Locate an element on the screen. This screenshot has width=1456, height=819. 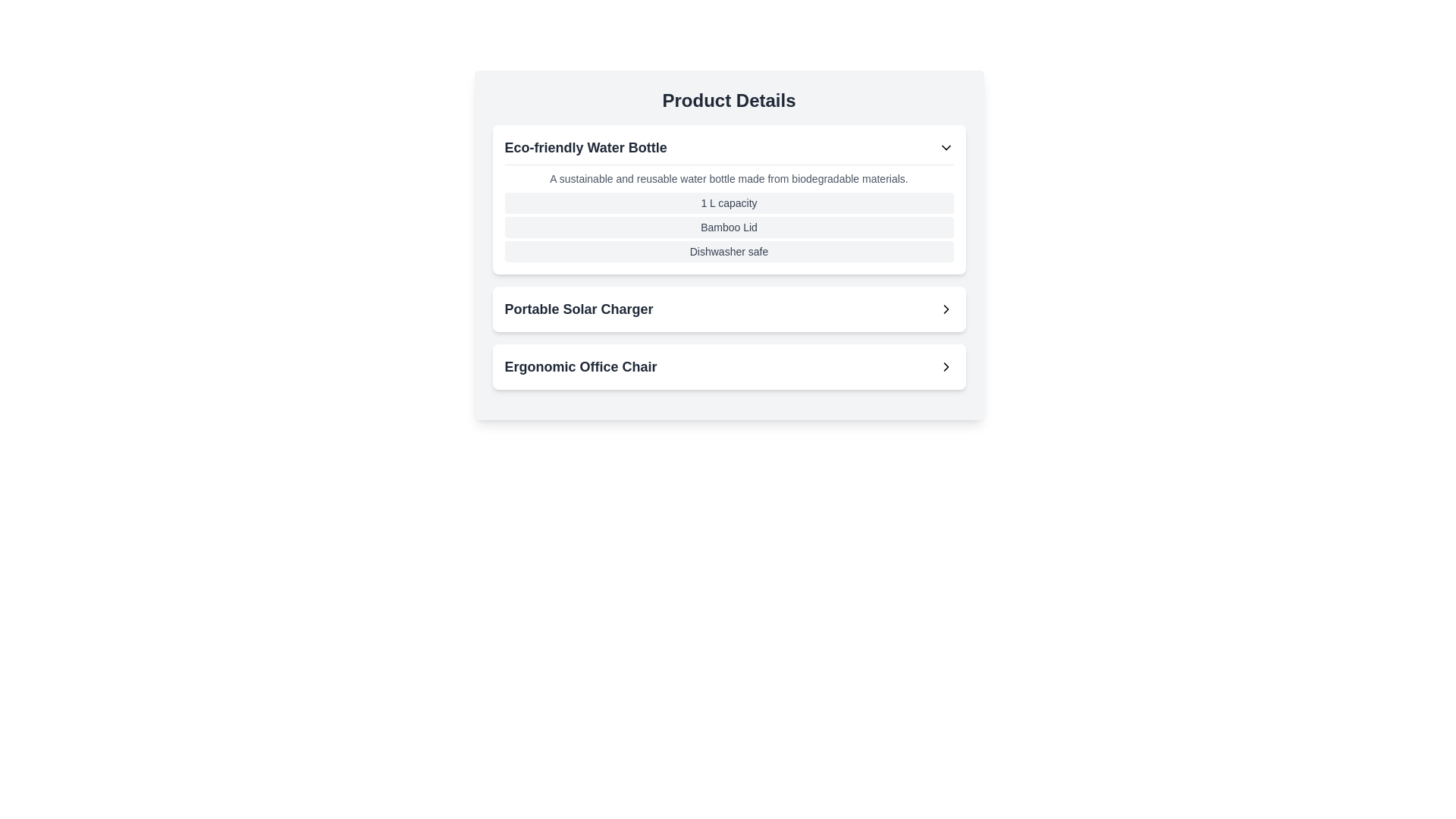
the rightward-pointing chevron-shaped arrow adjacent to the 'Portable Solar Charger' label is located at coordinates (945, 309).